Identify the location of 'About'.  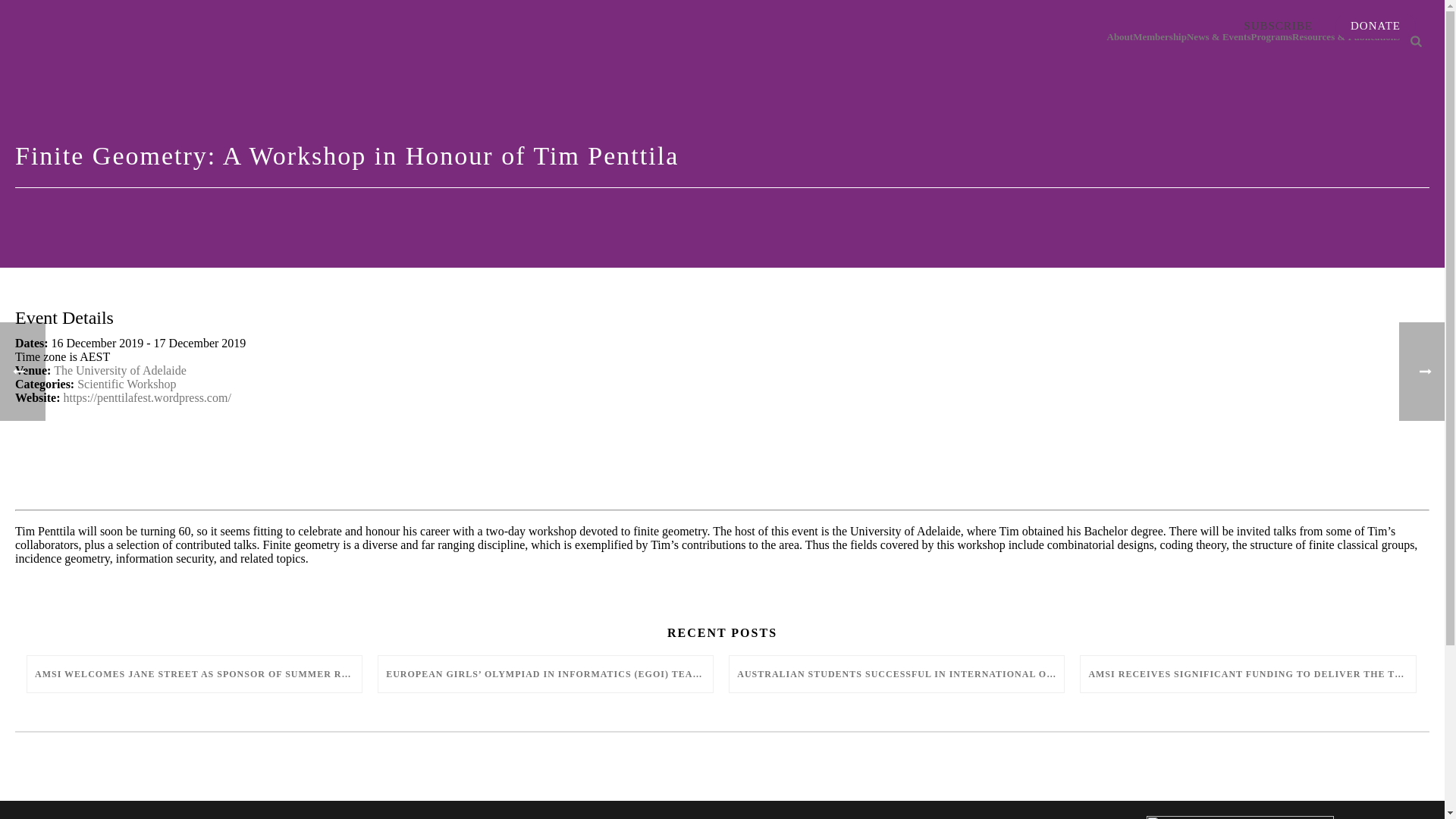
(1120, 37).